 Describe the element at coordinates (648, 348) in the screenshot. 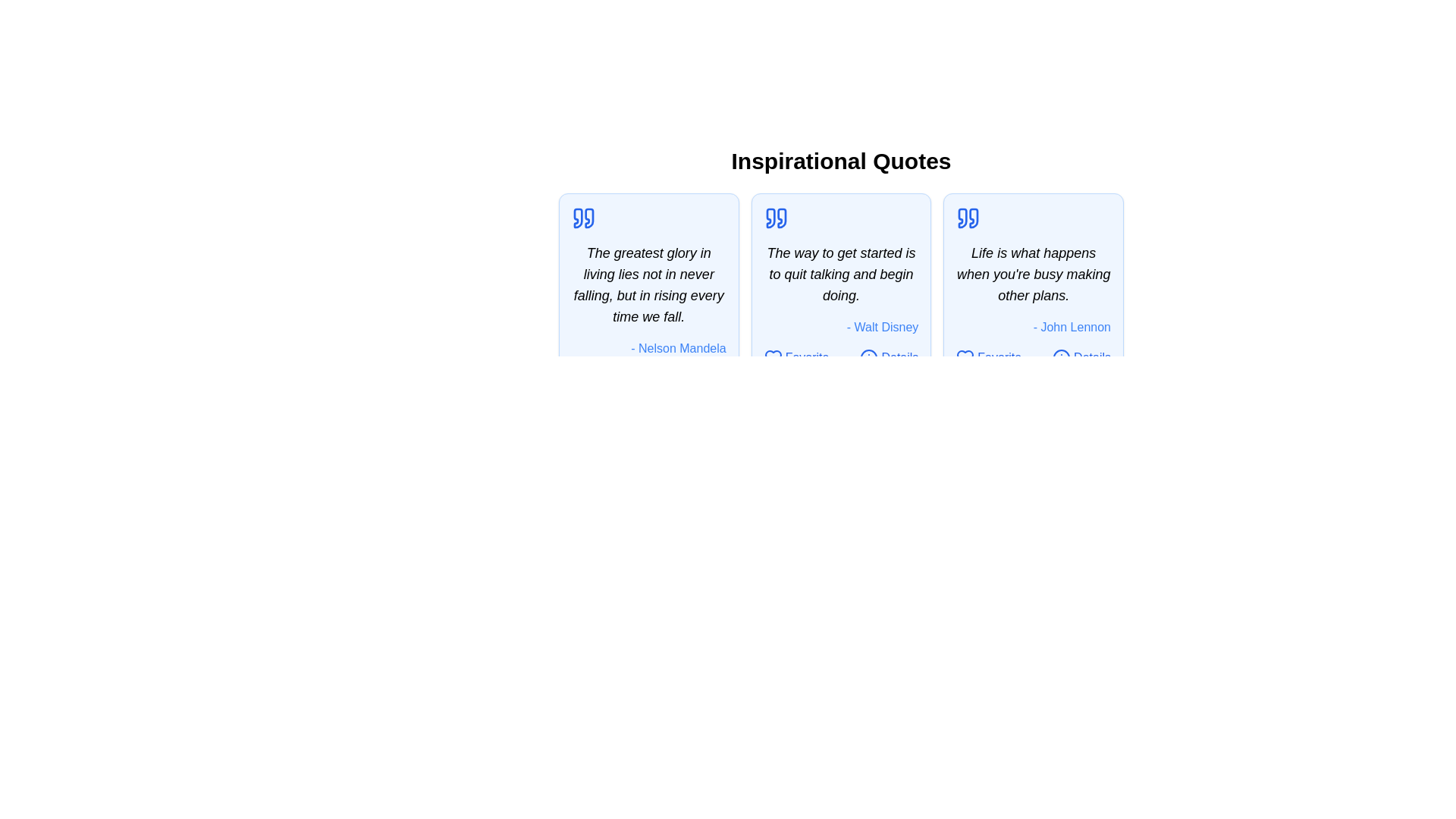

I see `the Text label that attributes the displayed quote to Nelson Mandela, located below the italicized quote text and above the 'Favorite' and 'Details' buttons` at that location.